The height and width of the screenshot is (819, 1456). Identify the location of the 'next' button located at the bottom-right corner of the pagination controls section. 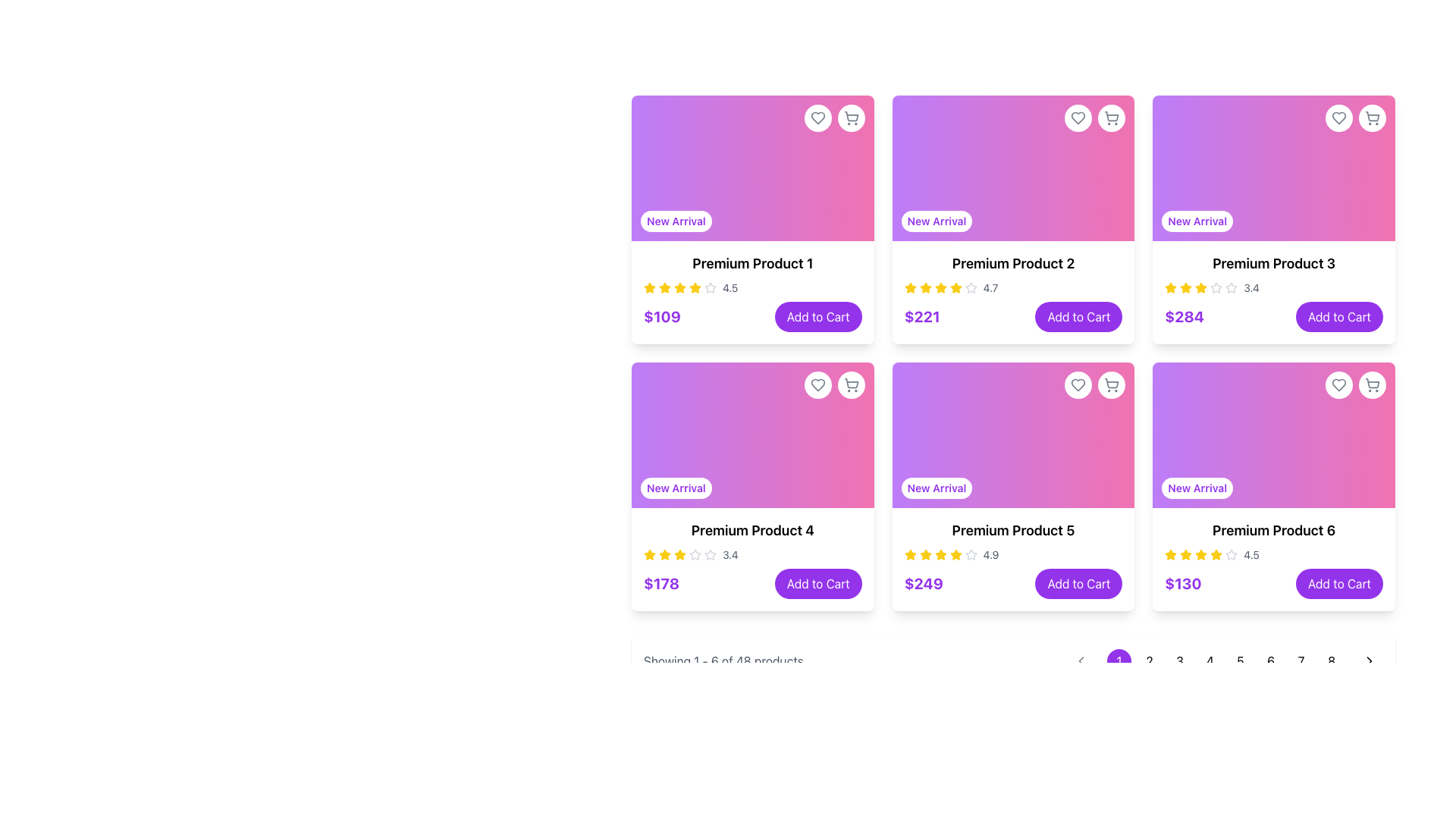
(1369, 660).